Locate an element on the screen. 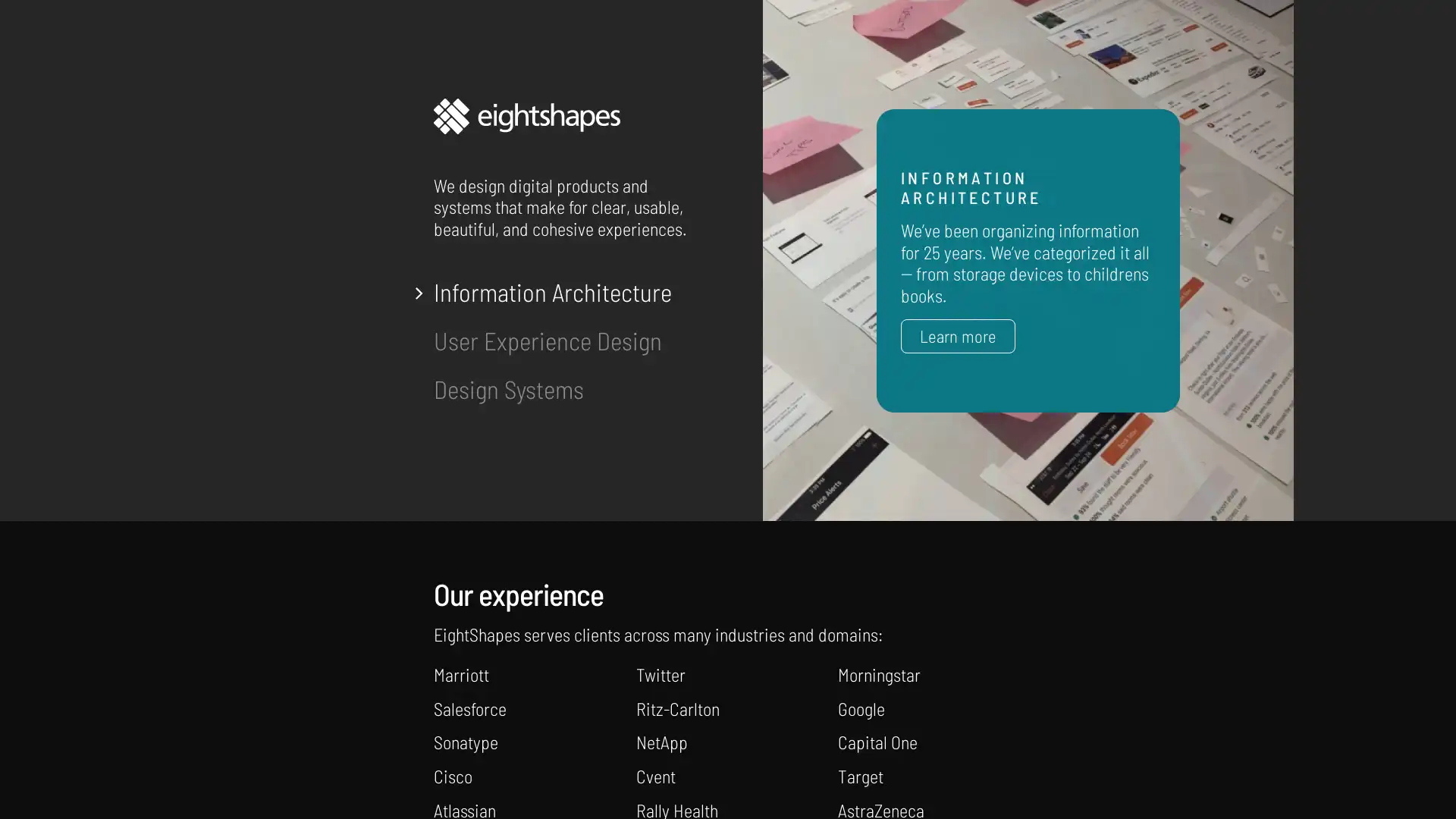 The image size is (1456, 819). User Experience Design is located at coordinates (547, 339).